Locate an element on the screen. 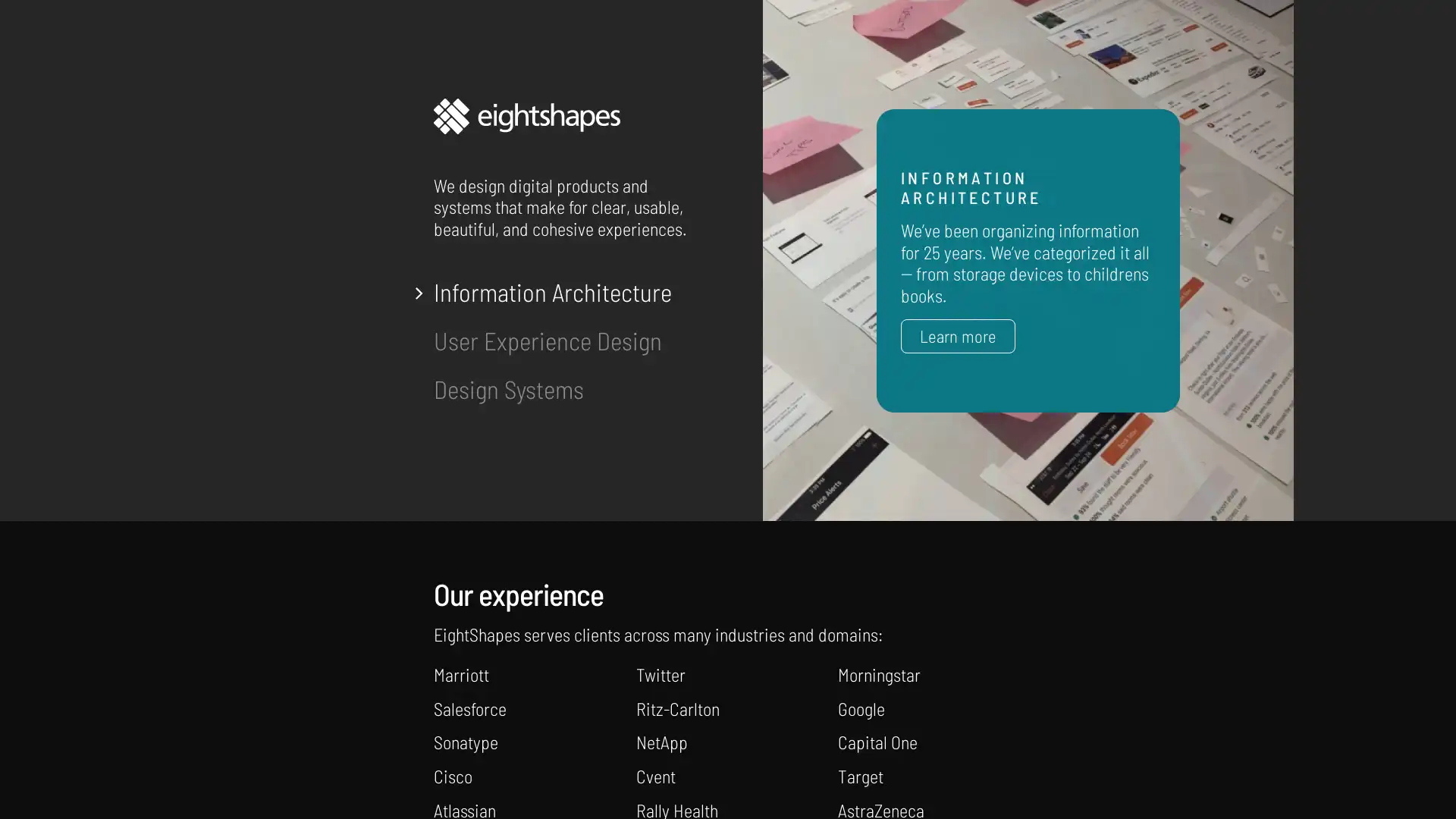 The image size is (1456, 819). User Experience Design is located at coordinates (547, 339).